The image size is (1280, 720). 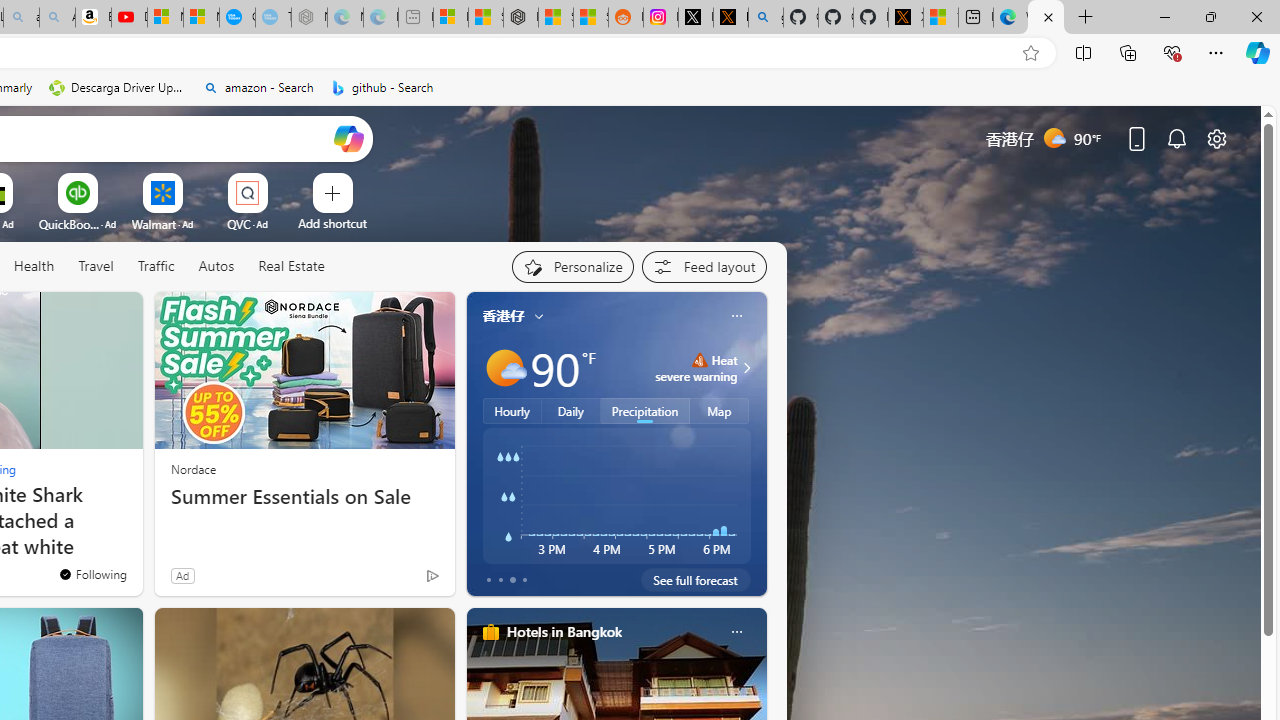 I want to click on 'tab-1', so click(x=500, y=579).